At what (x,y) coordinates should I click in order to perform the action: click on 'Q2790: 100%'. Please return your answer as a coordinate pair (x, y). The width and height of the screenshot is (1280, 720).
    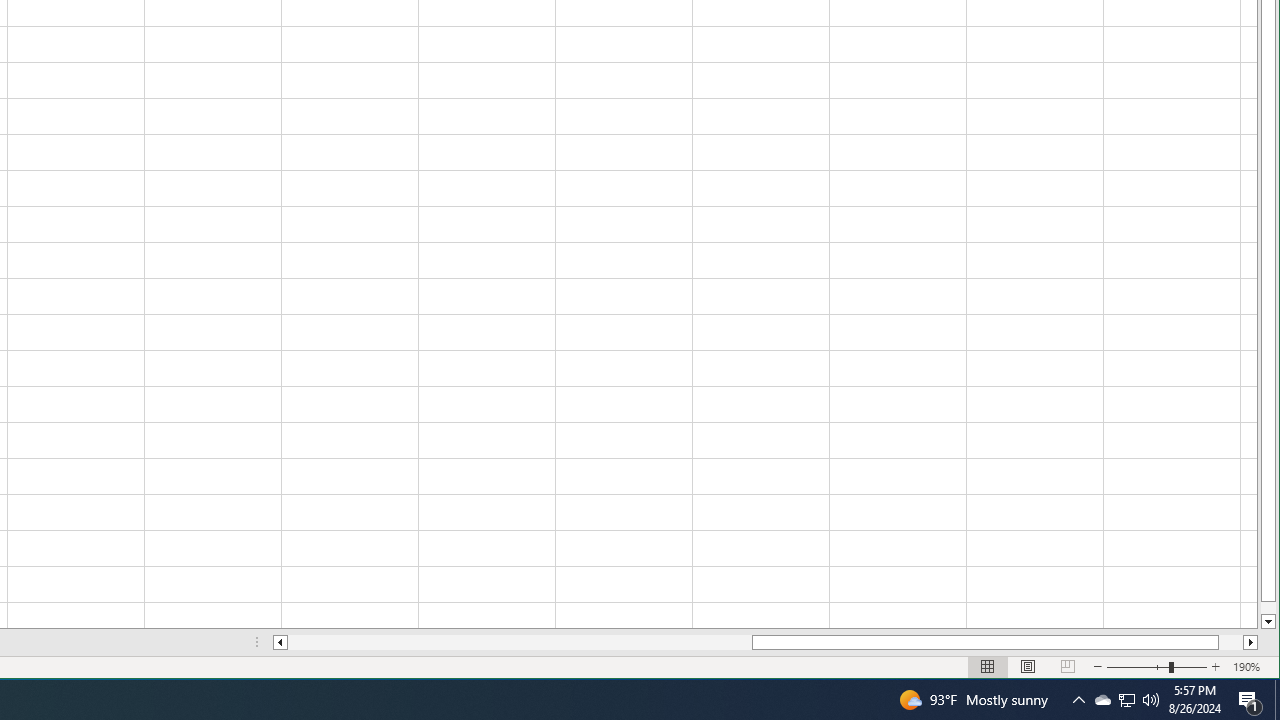
    Looking at the image, I should click on (1127, 698).